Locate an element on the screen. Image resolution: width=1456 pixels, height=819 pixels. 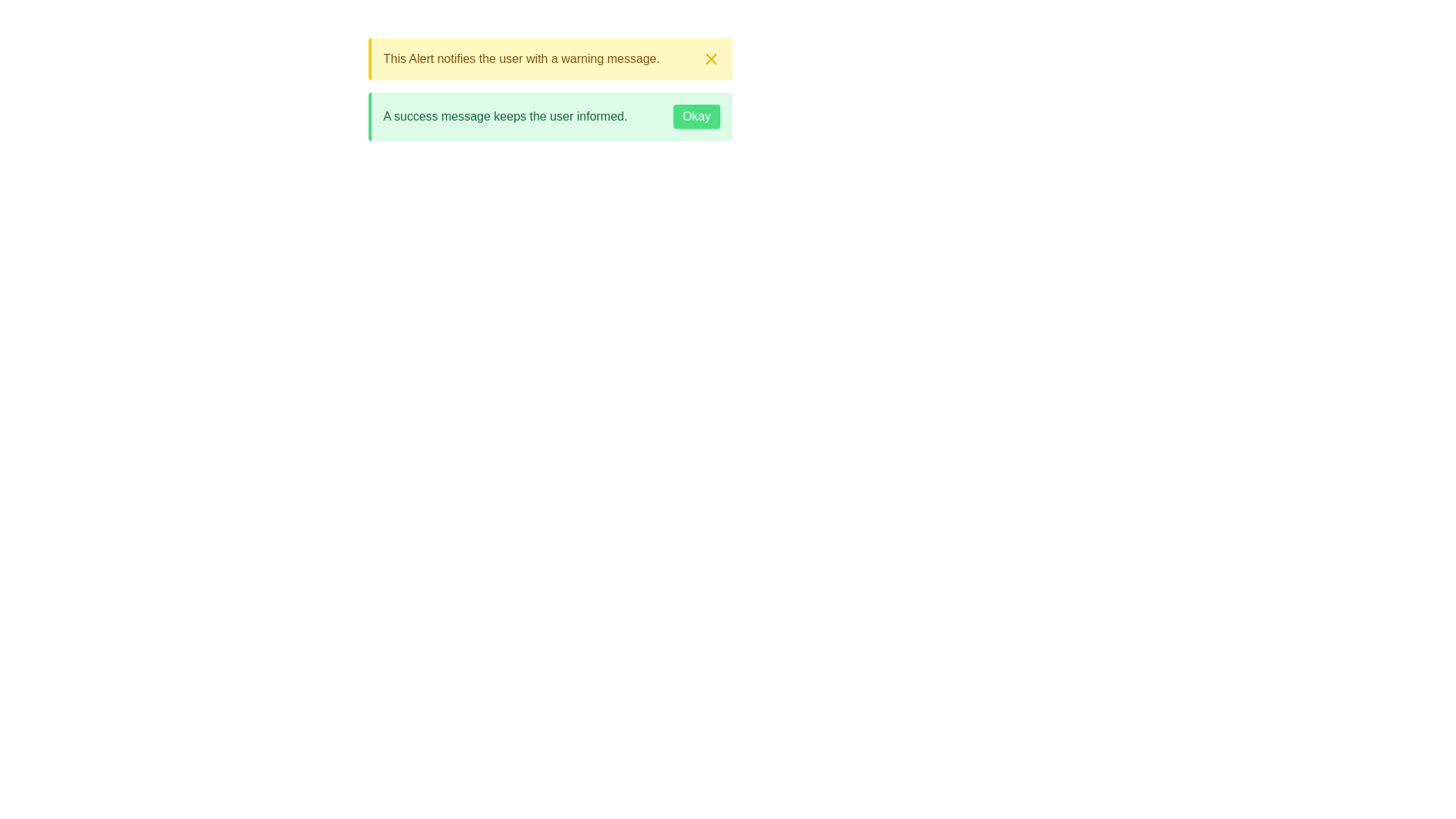
the close icon located in the top-right corner of the yellow warning alert box is located at coordinates (710, 58).